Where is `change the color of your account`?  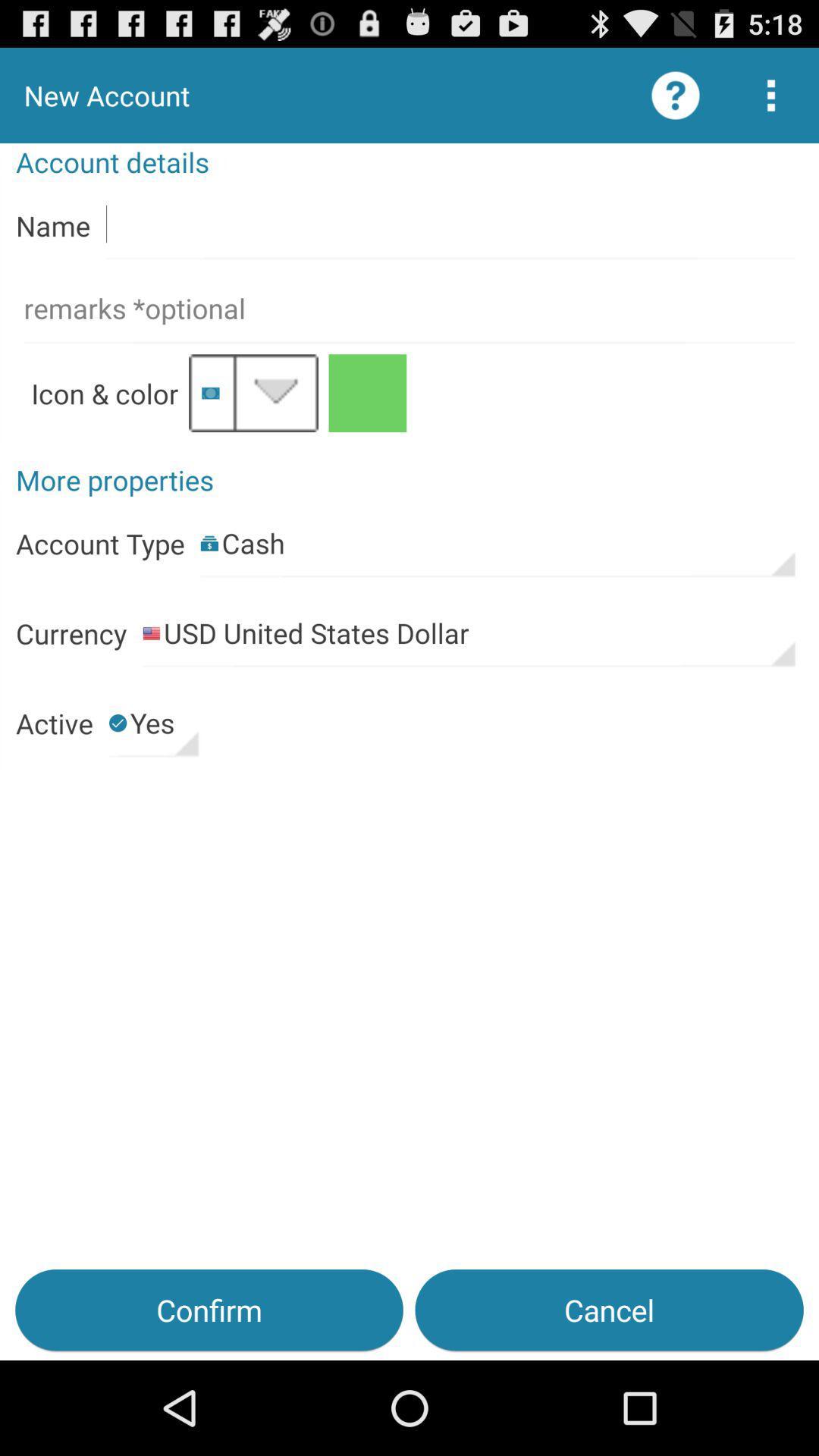 change the color of your account is located at coordinates (367, 393).